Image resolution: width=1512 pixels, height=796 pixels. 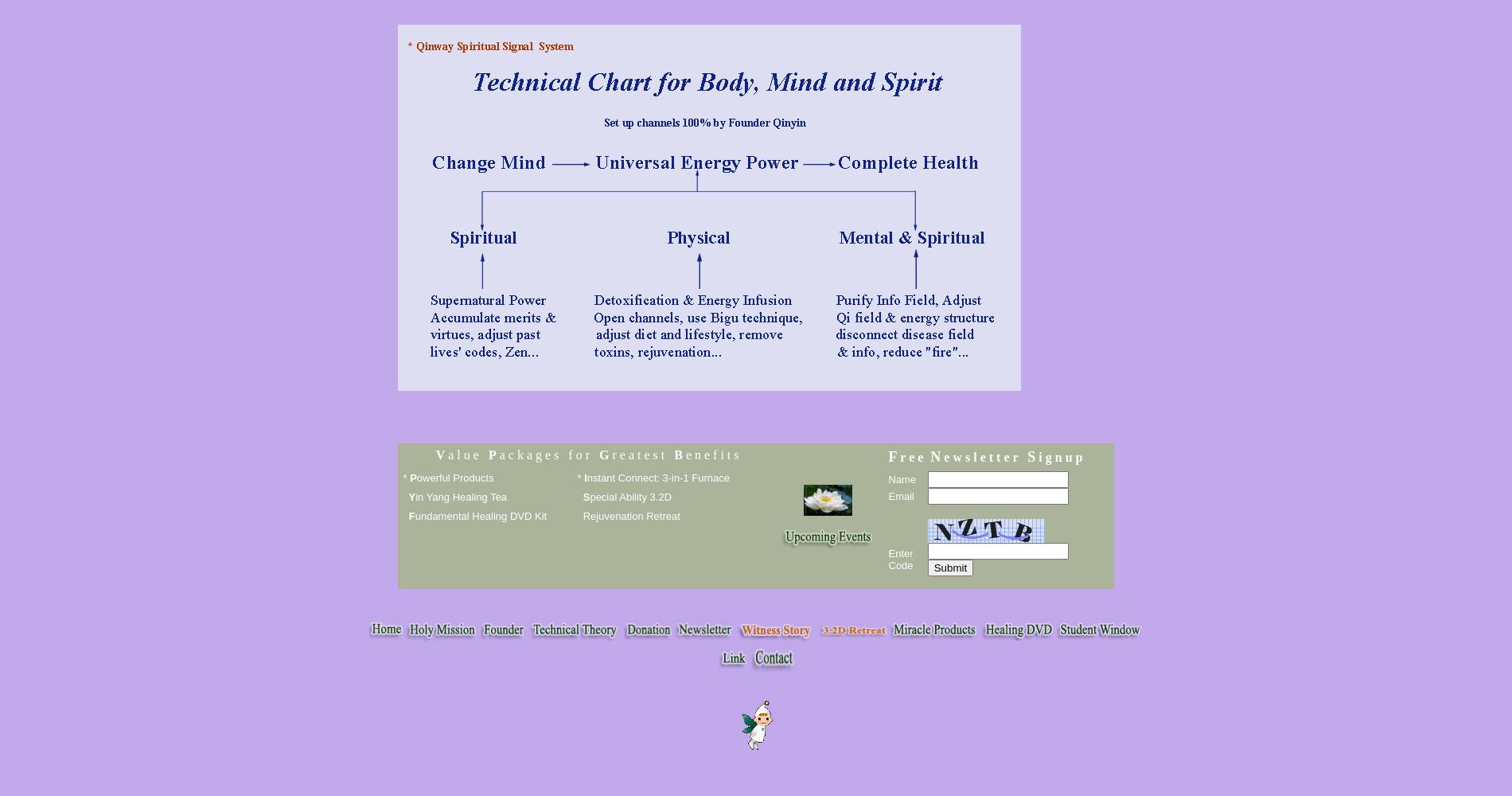 I want to click on 'e n e f i t s', so click(x=709, y=453).